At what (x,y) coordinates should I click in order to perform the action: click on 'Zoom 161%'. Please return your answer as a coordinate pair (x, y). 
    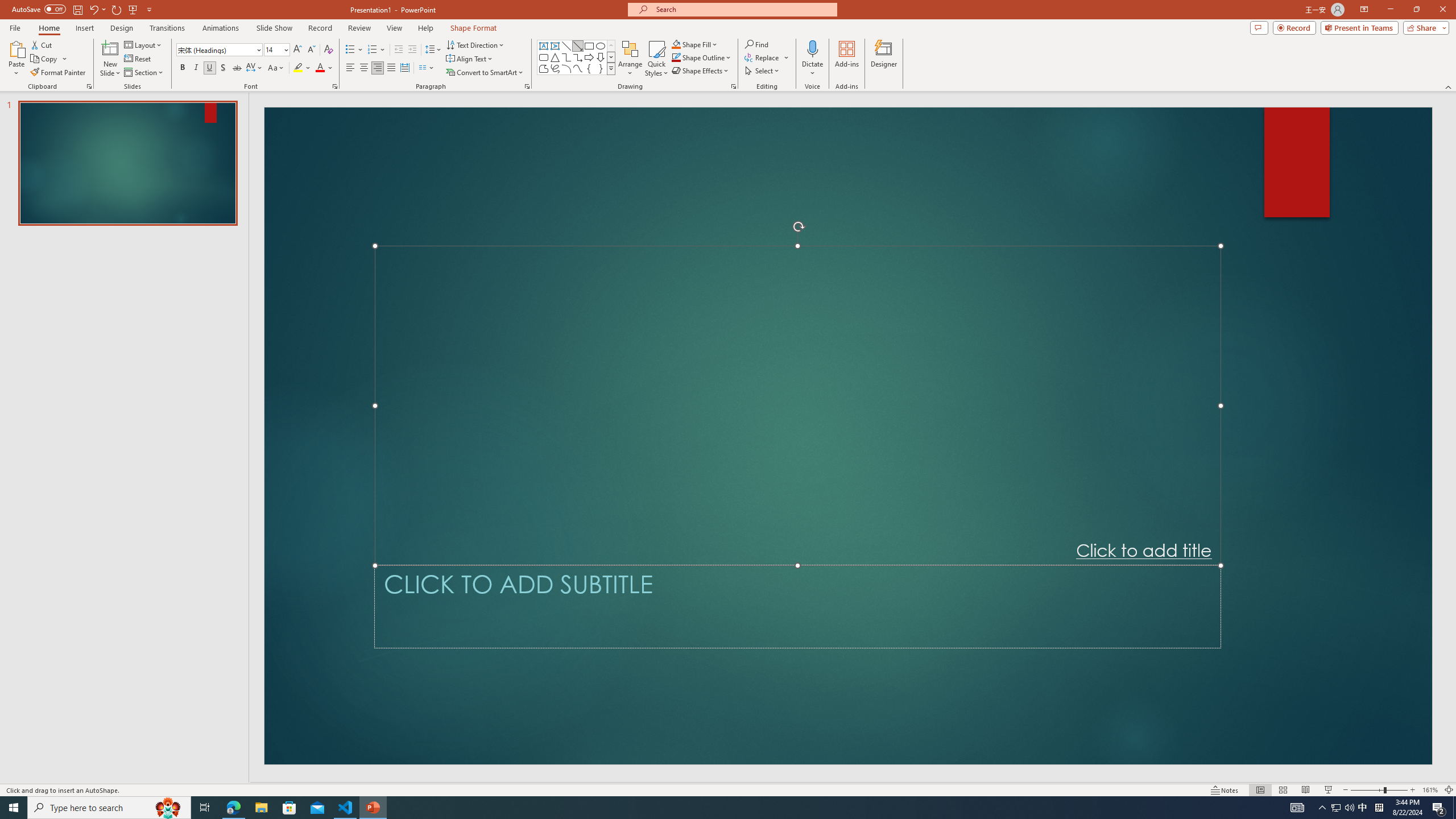
    Looking at the image, I should click on (1430, 790).